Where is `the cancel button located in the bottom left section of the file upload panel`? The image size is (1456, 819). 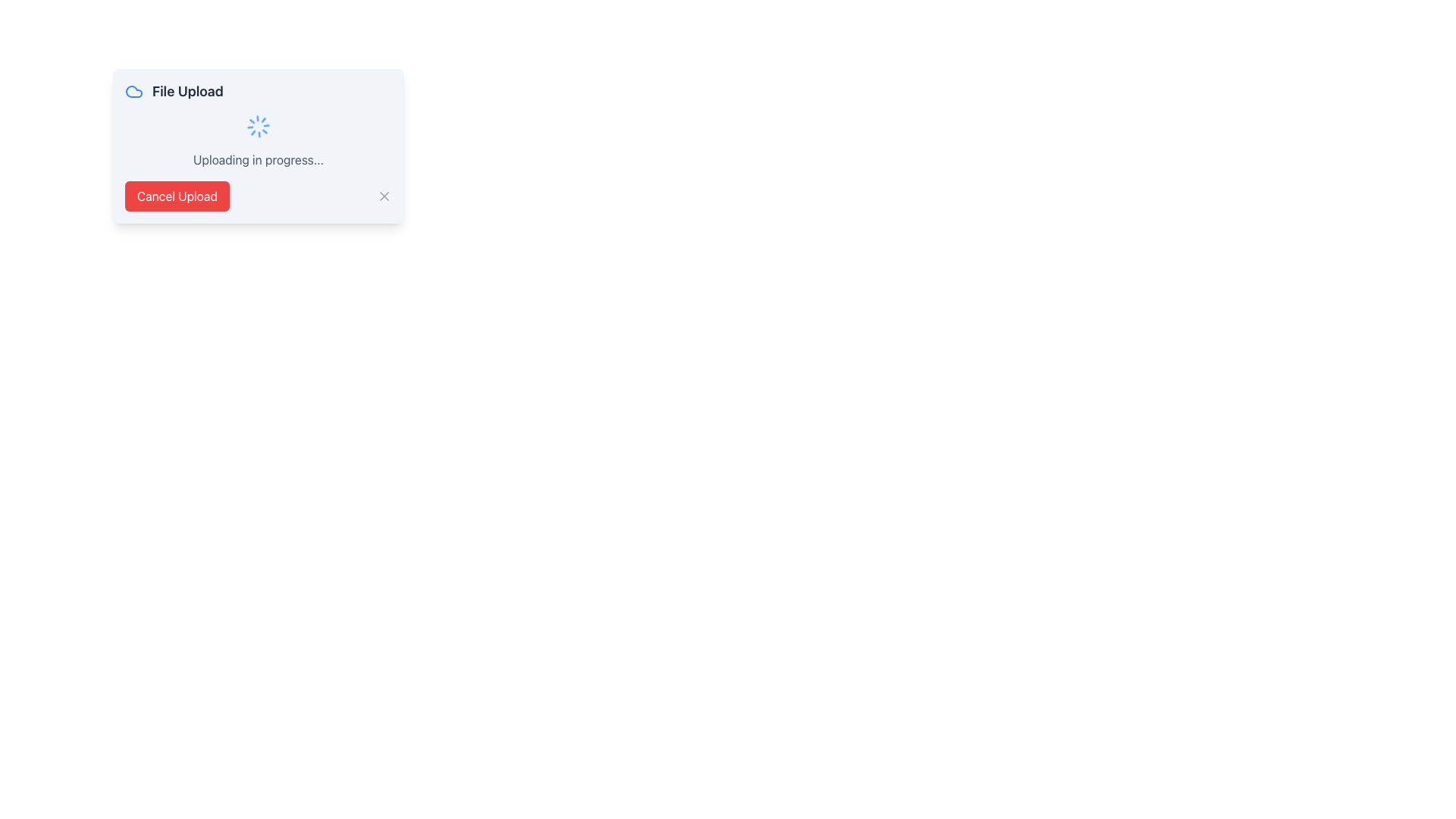
the cancel button located in the bottom left section of the file upload panel is located at coordinates (177, 195).